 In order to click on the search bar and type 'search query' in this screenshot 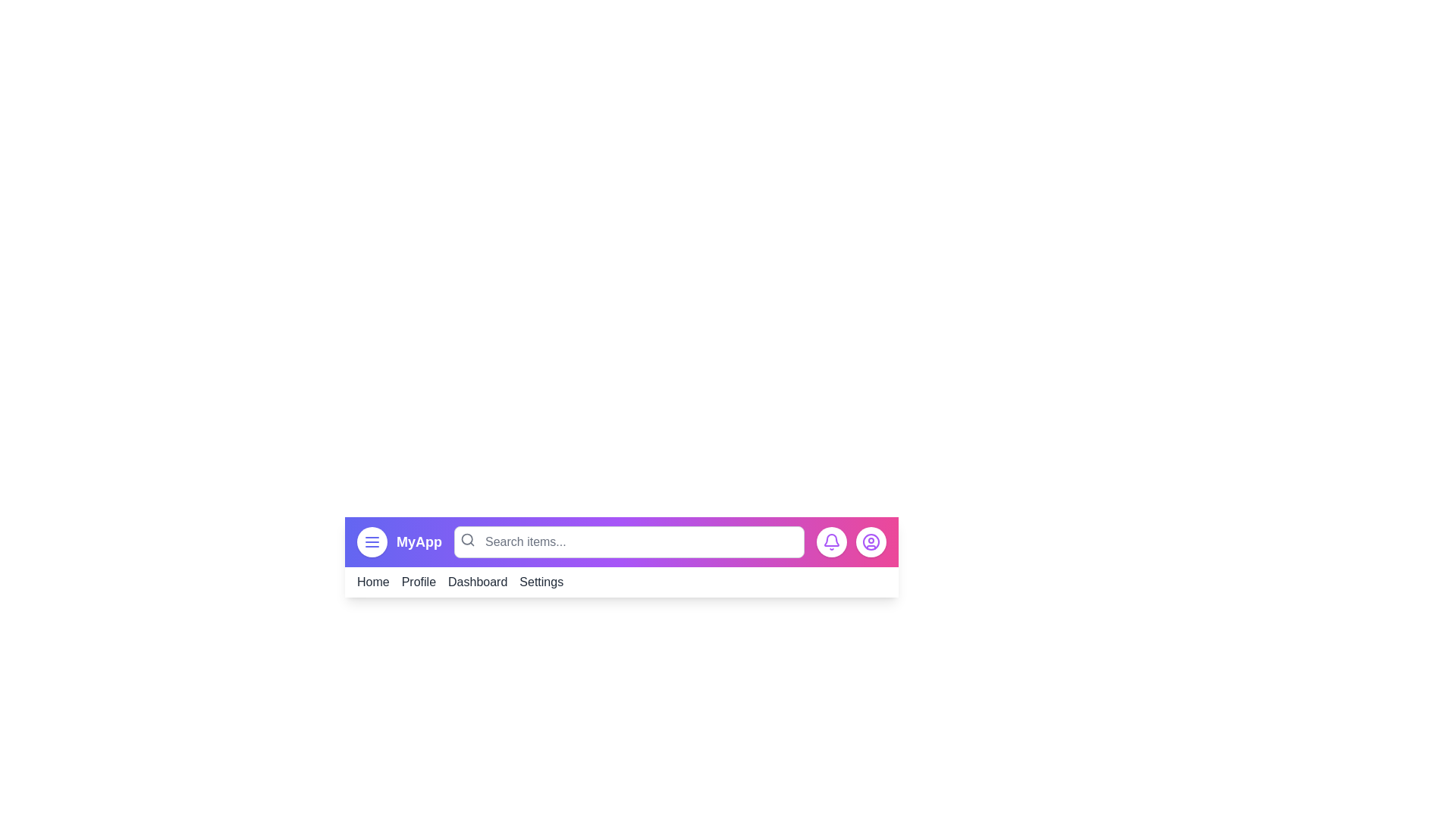, I will do `click(629, 541)`.